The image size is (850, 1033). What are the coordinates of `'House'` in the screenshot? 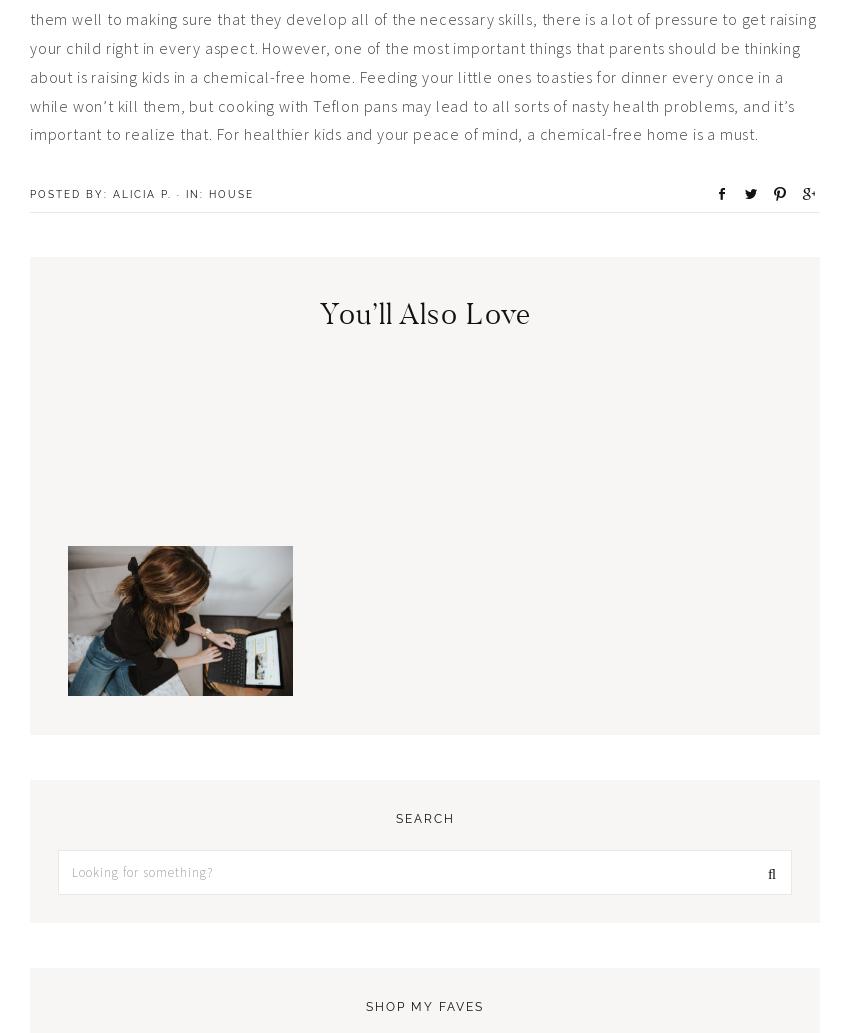 It's located at (231, 193).